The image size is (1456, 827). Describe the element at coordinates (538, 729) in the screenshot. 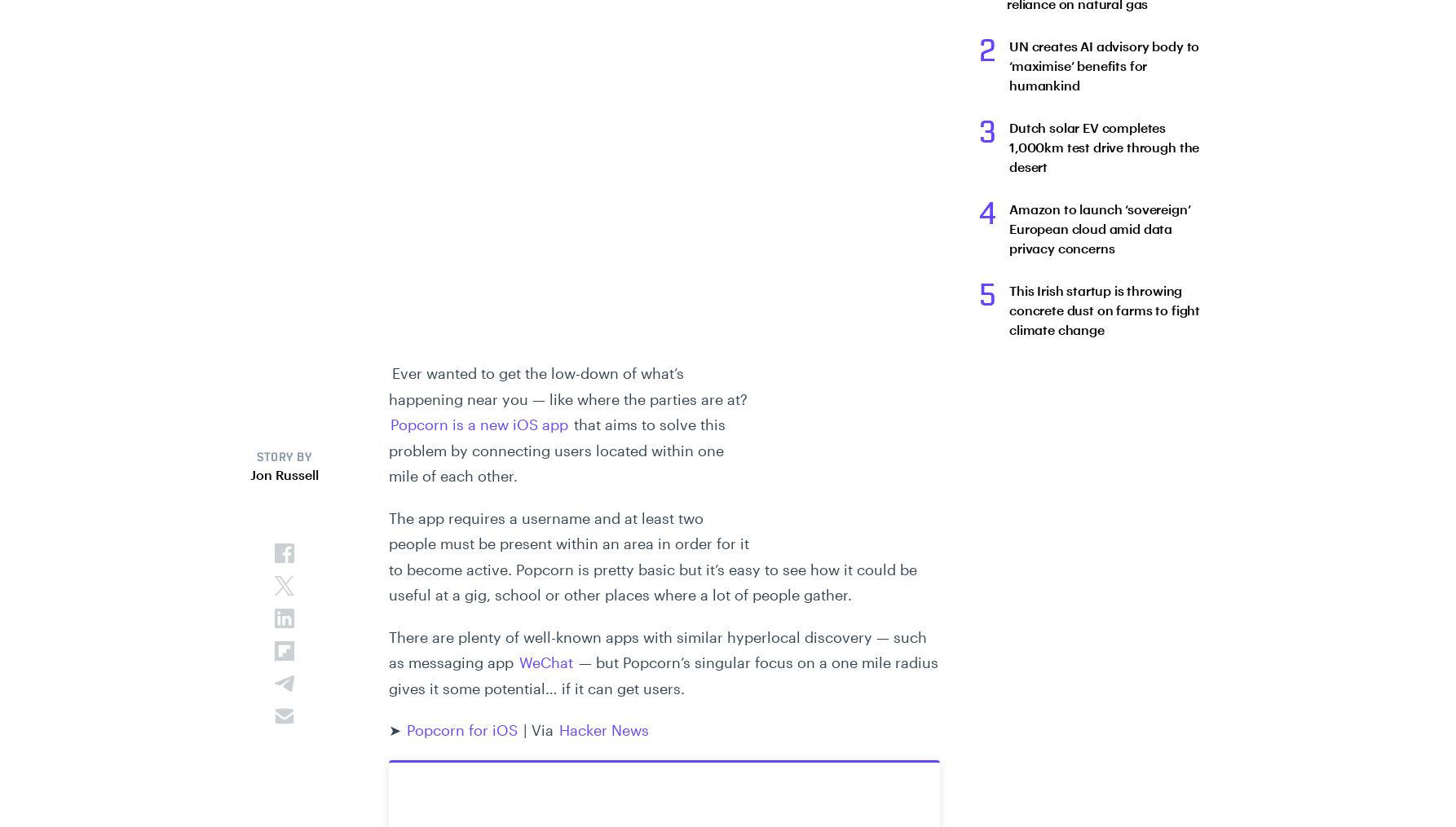

I see `'| Via'` at that location.